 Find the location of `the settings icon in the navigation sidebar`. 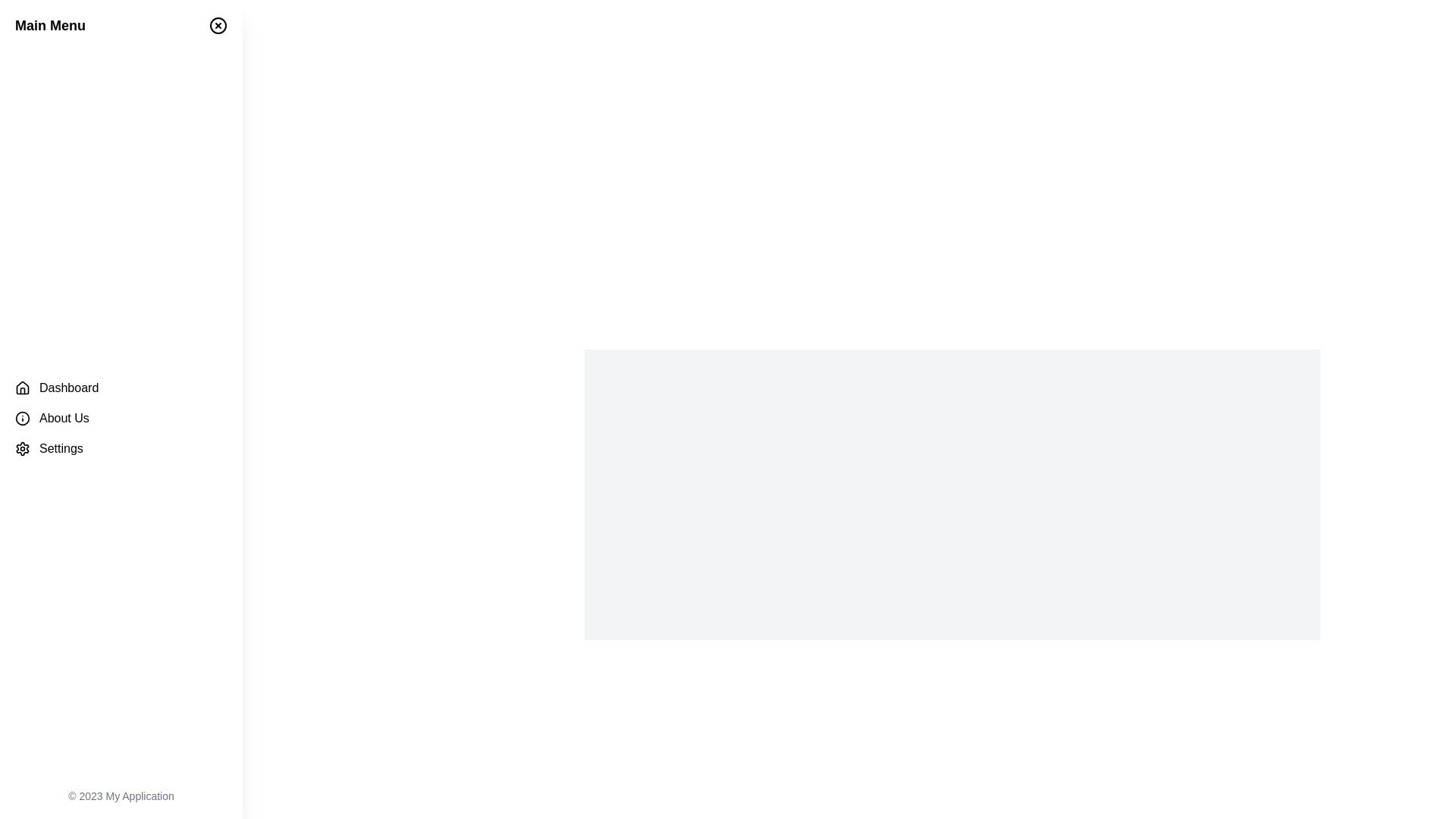

the settings icon in the navigation sidebar is located at coordinates (22, 447).